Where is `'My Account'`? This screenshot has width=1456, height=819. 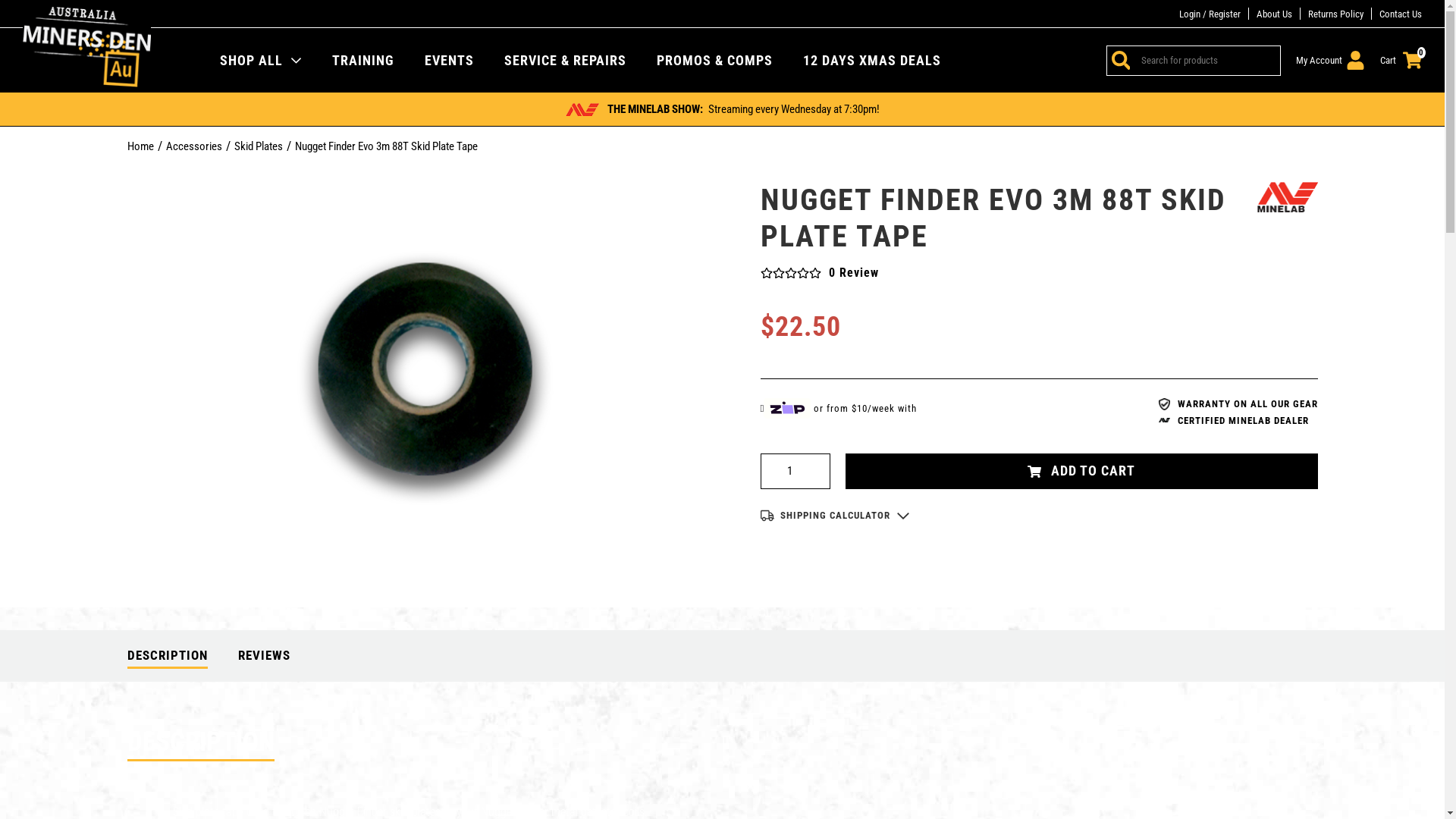
'My Account' is located at coordinates (1329, 59).